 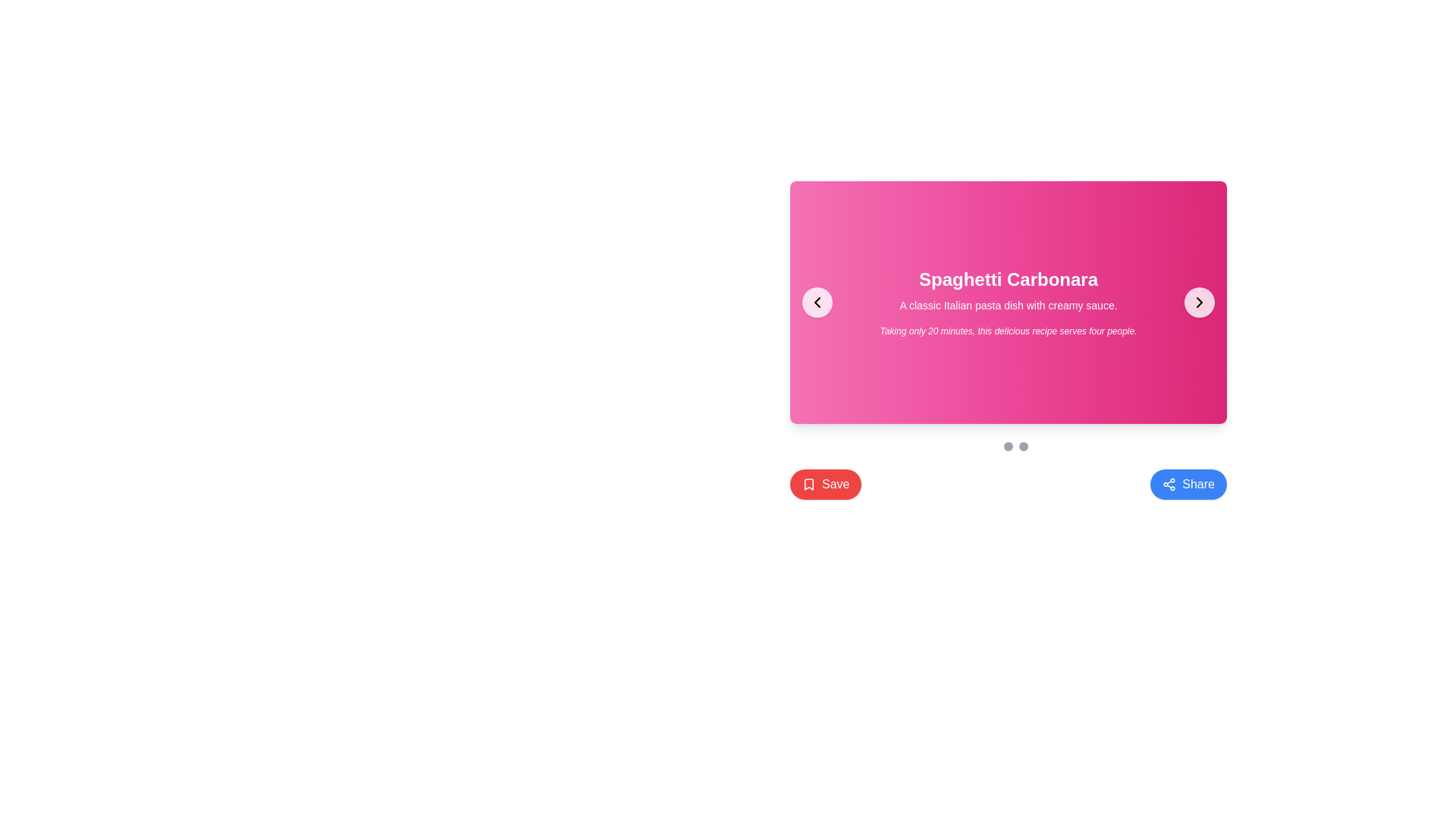 What do you see at coordinates (1008, 446) in the screenshot?
I see `the second pagination dot, which is part of a horizontal group of three dots, to focus` at bounding box center [1008, 446].